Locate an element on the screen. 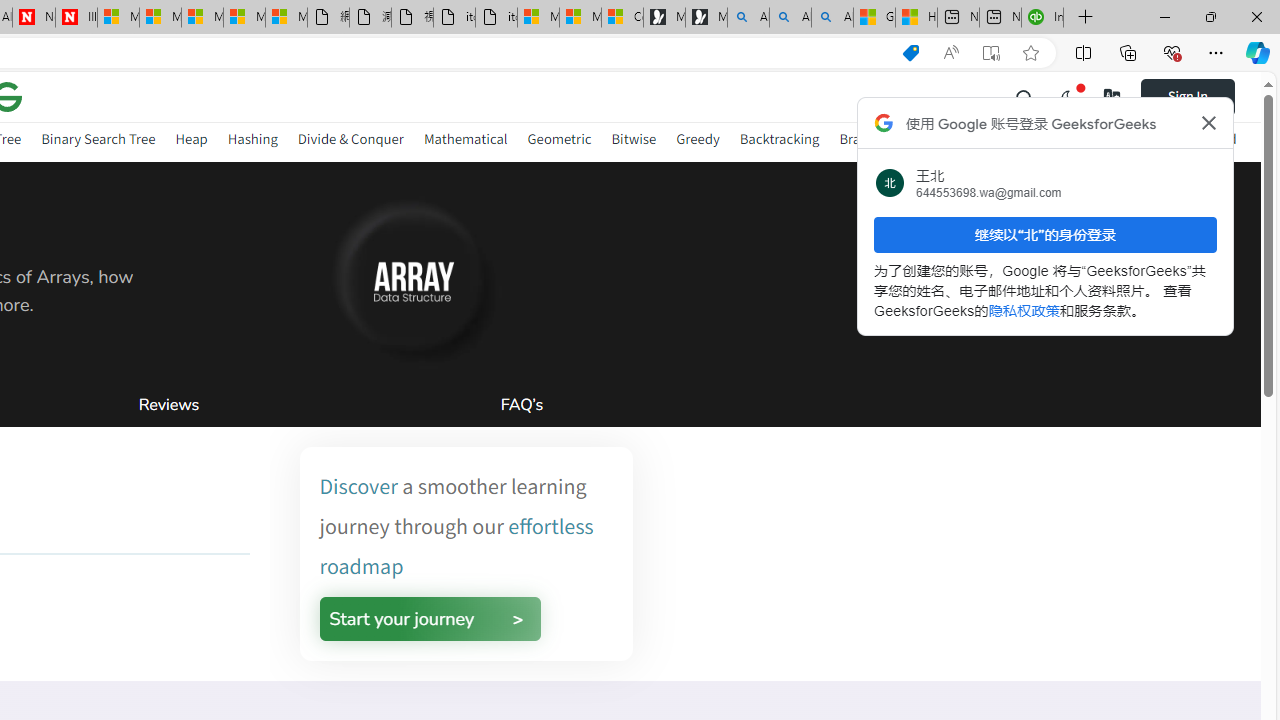 This screenshot has height=720, width=1280. 'This site has coupons! Shopping in Microsoft Edge' is located at coordinates (909, 52).